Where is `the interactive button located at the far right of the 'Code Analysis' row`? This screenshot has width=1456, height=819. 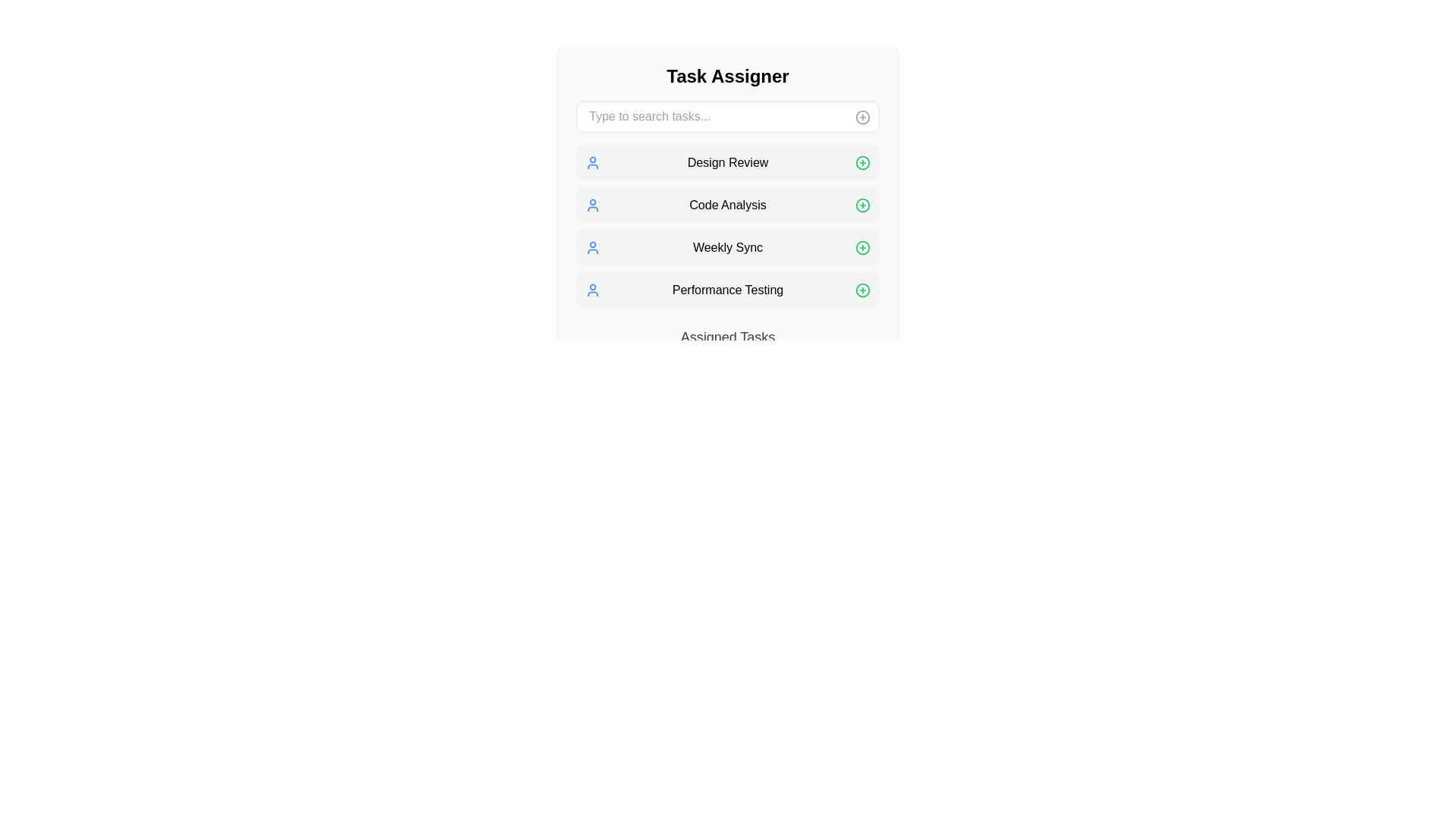 the interactive button located at the far right of the 'Code Analysis' row is located at coordinates (862, 205).